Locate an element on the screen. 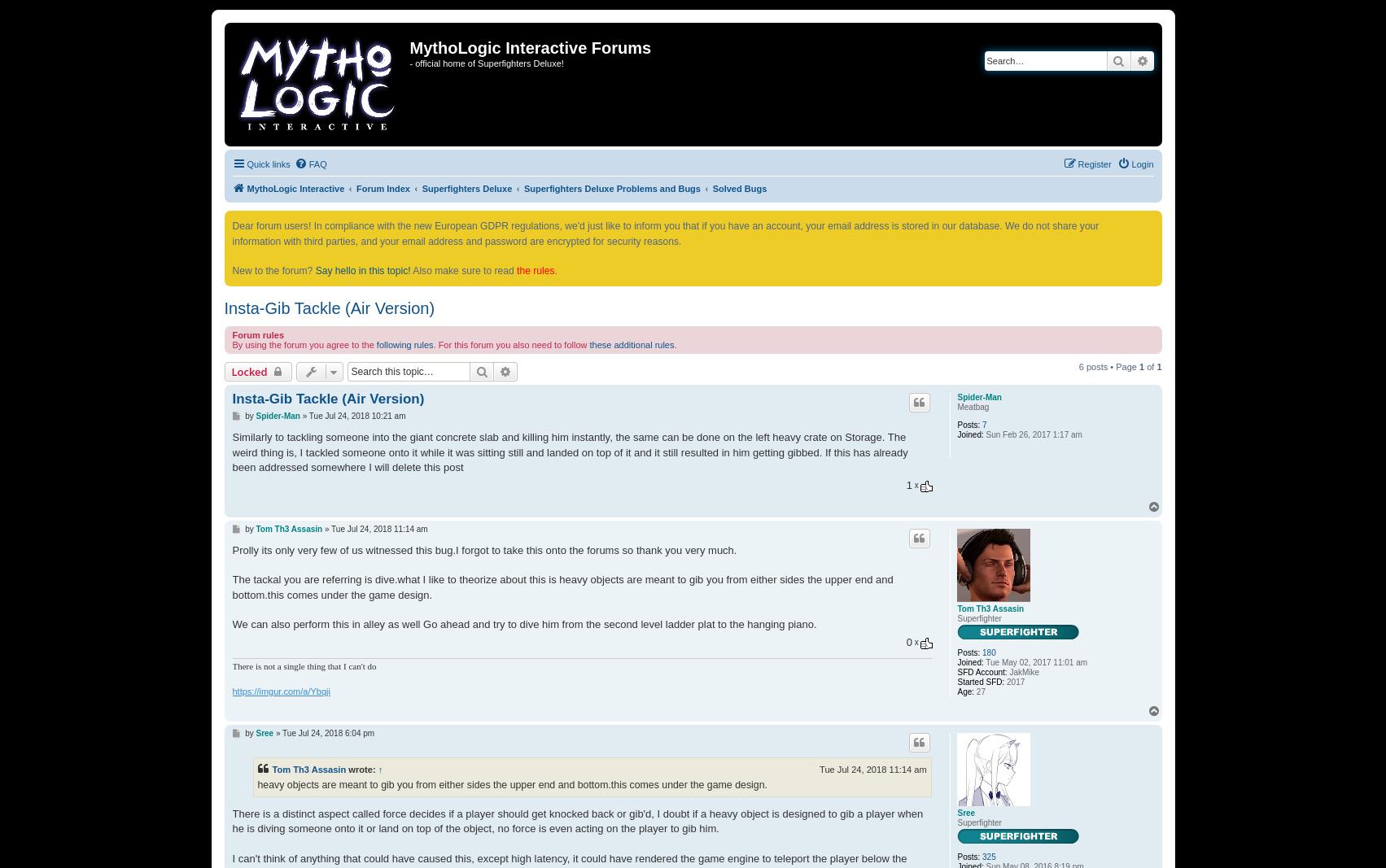  'Similarly to tackling someone into the giant concrete slab and killing him instantly, the same can be done on the left heavy crate on Storage. The weird thing is, I tackled someone onto it while it was sitting still and landed on top of it and it still resulted in him getting gibbed. If this has already been addressed somewhere I will delete this post' is located at coordinates (231, 451).